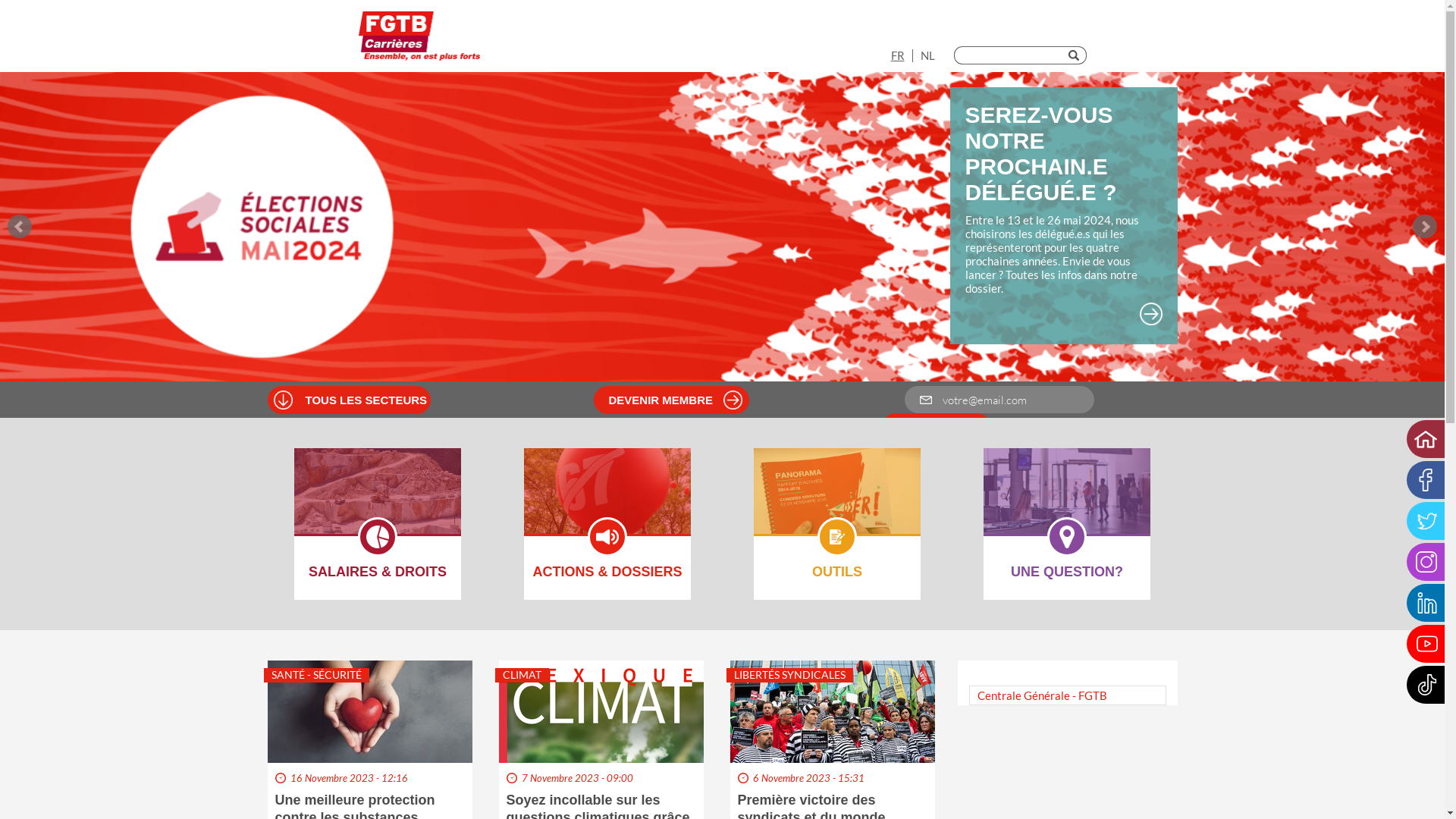  Describe the element at coordinates (920, 55) in the screenshot. I see `'NL'` at that location.